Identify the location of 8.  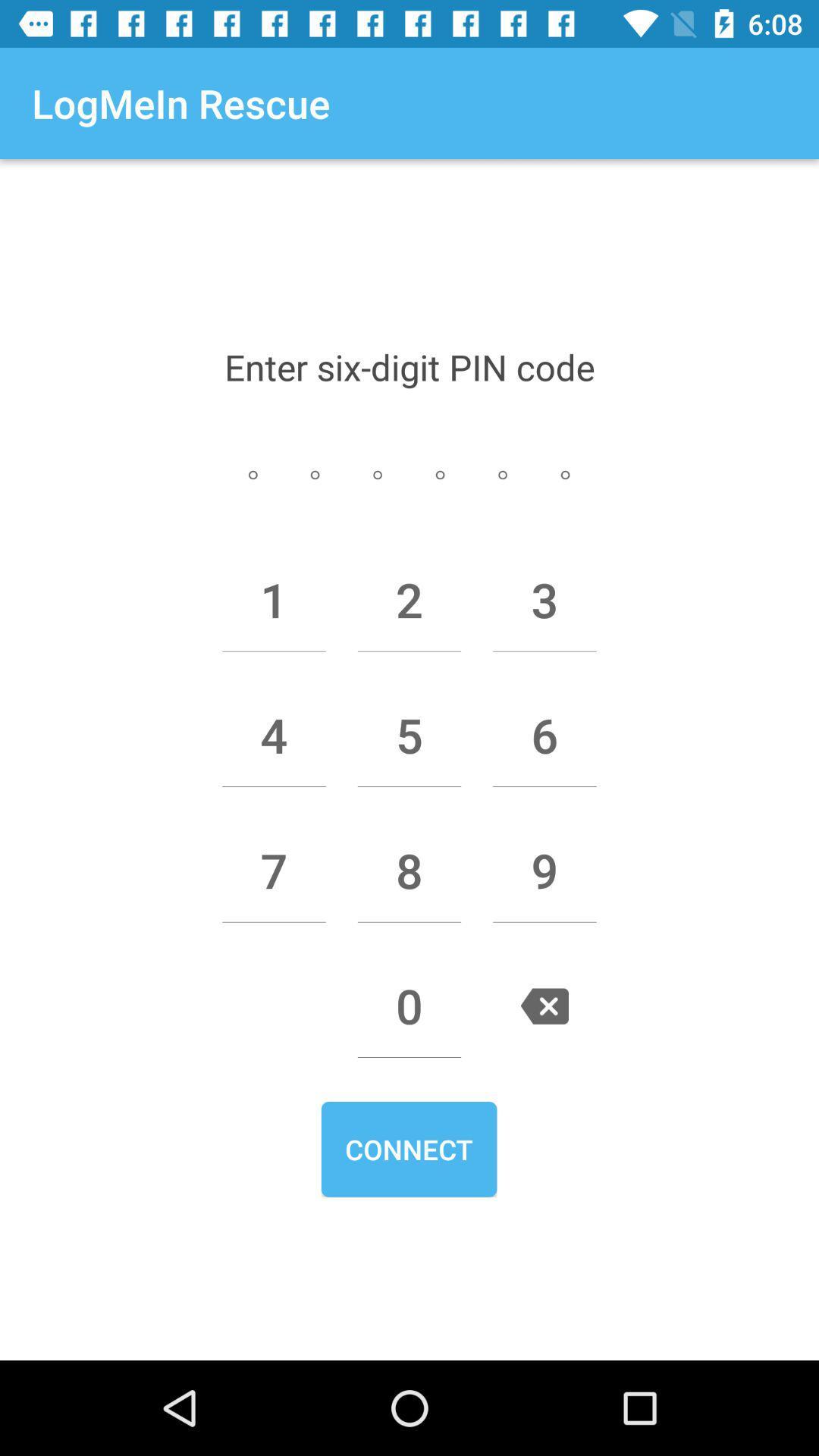
(409, 871).